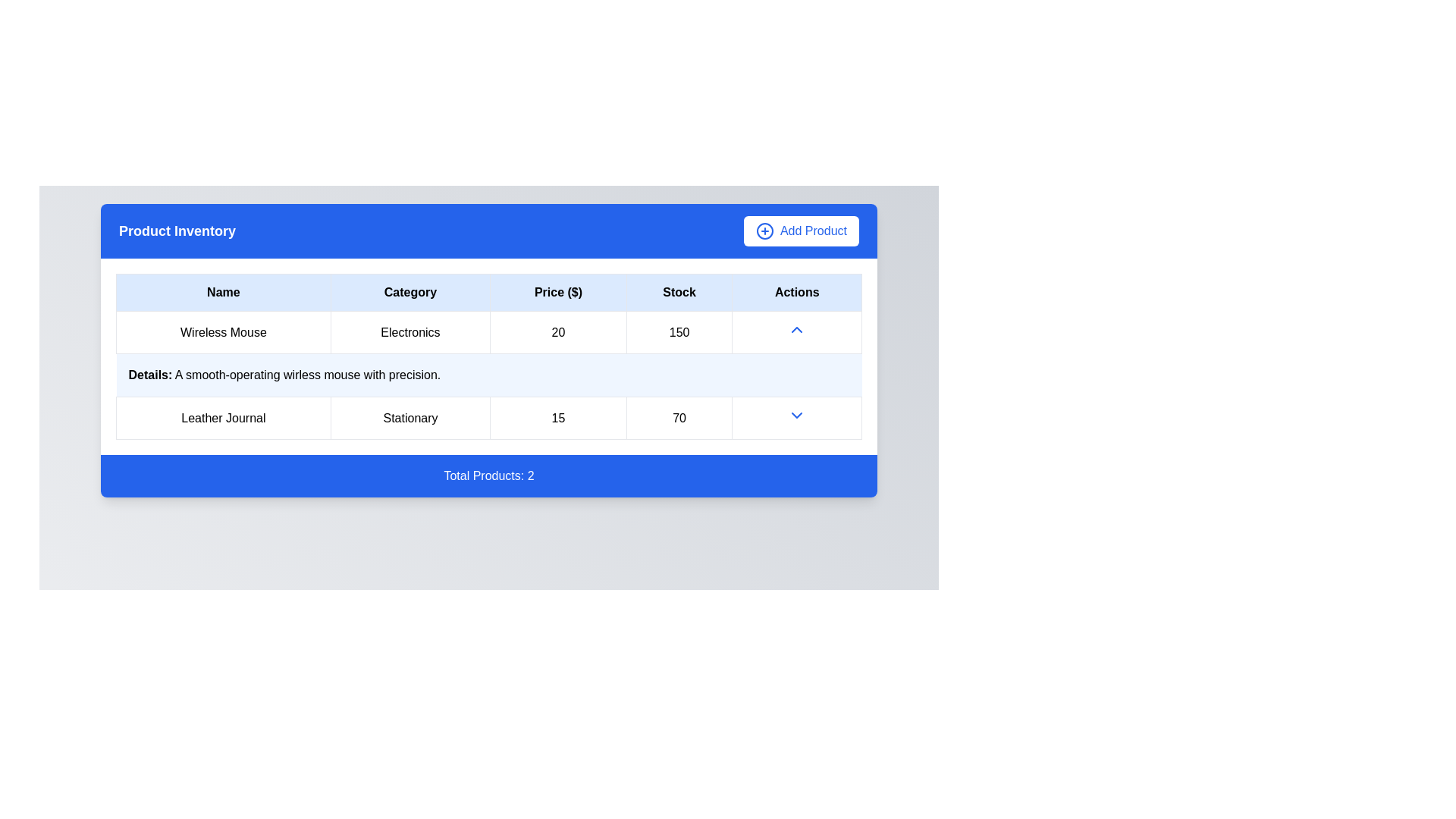 The height and width of the screenshot is (819, 1456). What do you see at coordinates (488, 292) in the screenshot?
I see `the Table Header Row under the 'Product Inventory' section` at bounding box center [488, 292].